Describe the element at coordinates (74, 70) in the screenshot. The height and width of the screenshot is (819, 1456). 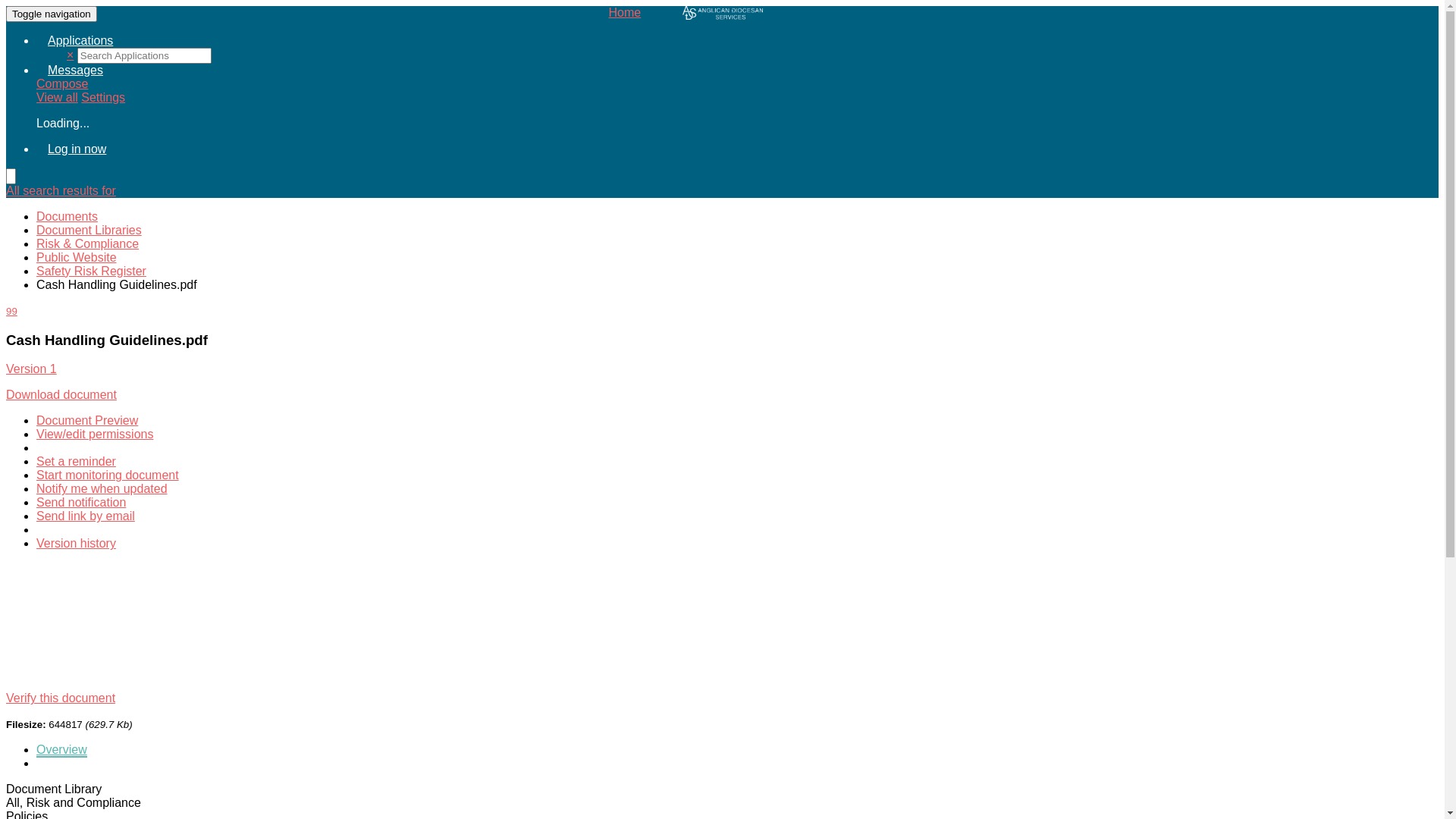
I see `'Messages'` at that location.